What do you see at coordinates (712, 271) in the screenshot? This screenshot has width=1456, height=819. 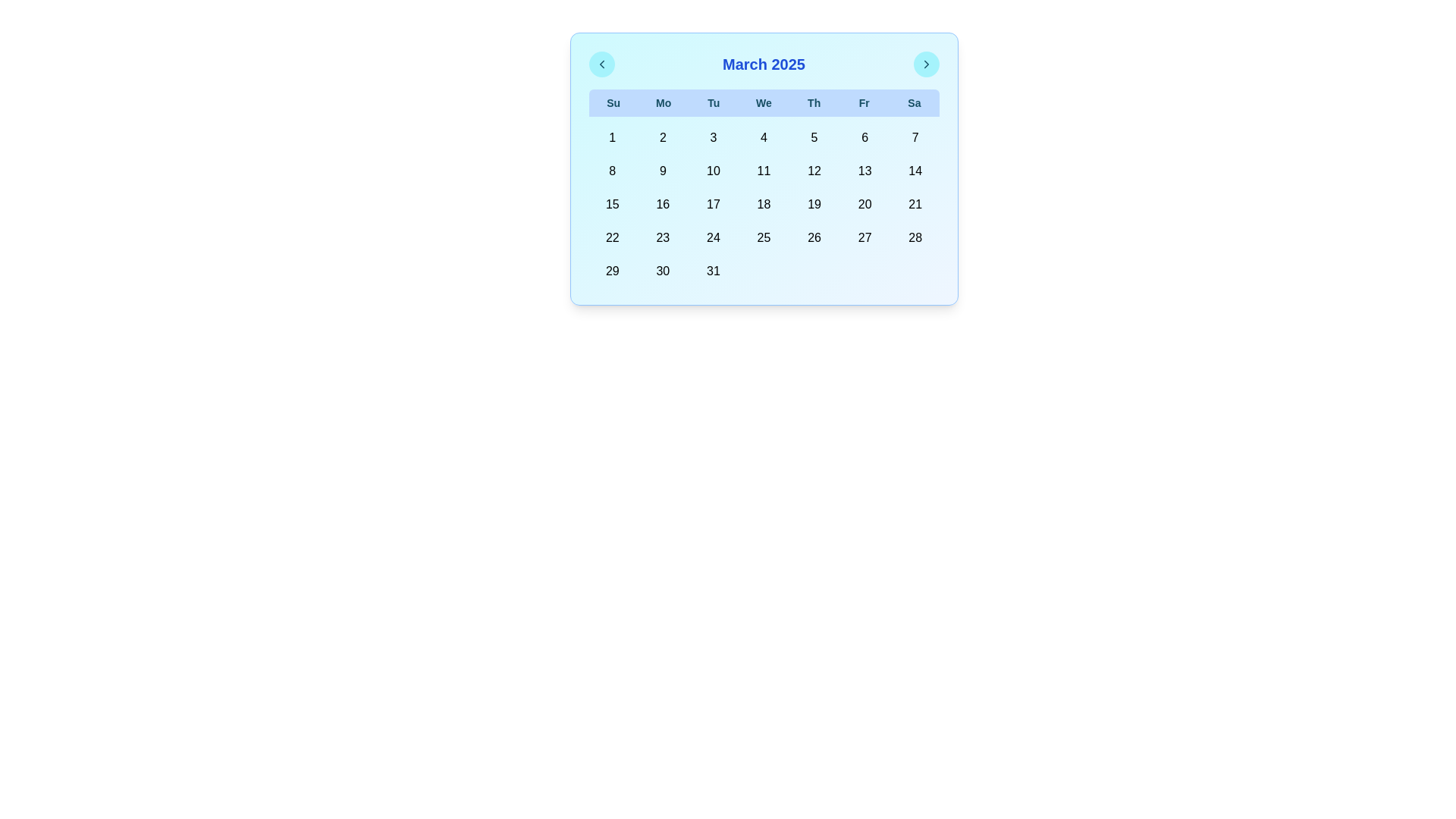 I see `the button representing the 31st day in the calendar view located in the Saturday column for keyboard input` at bounding box center [712, 271].